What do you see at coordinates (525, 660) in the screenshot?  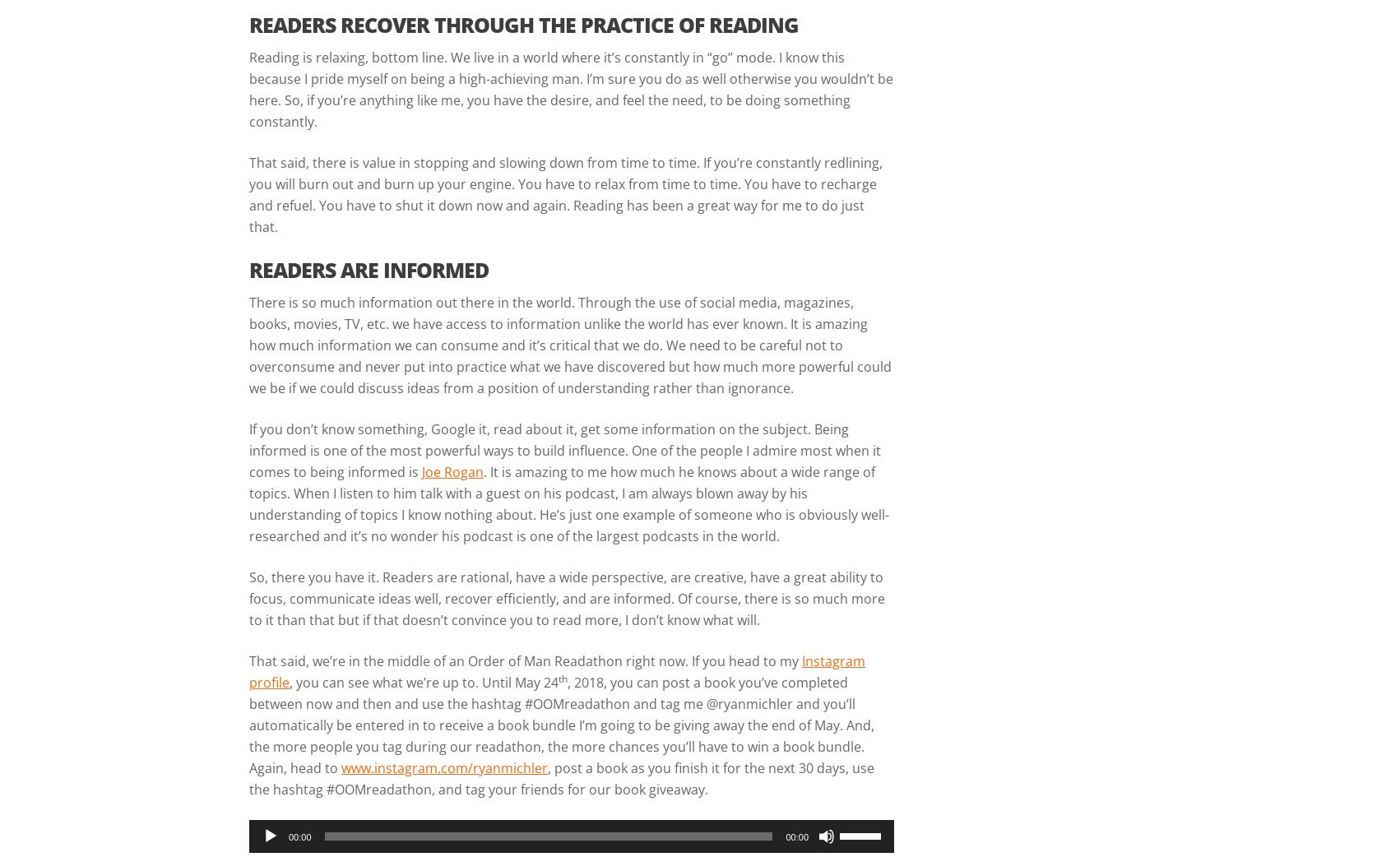 I see `'That said, we’re in the middle of an Order of Man Readathon right now. If you head to my'` at bounding box center [525, 660].